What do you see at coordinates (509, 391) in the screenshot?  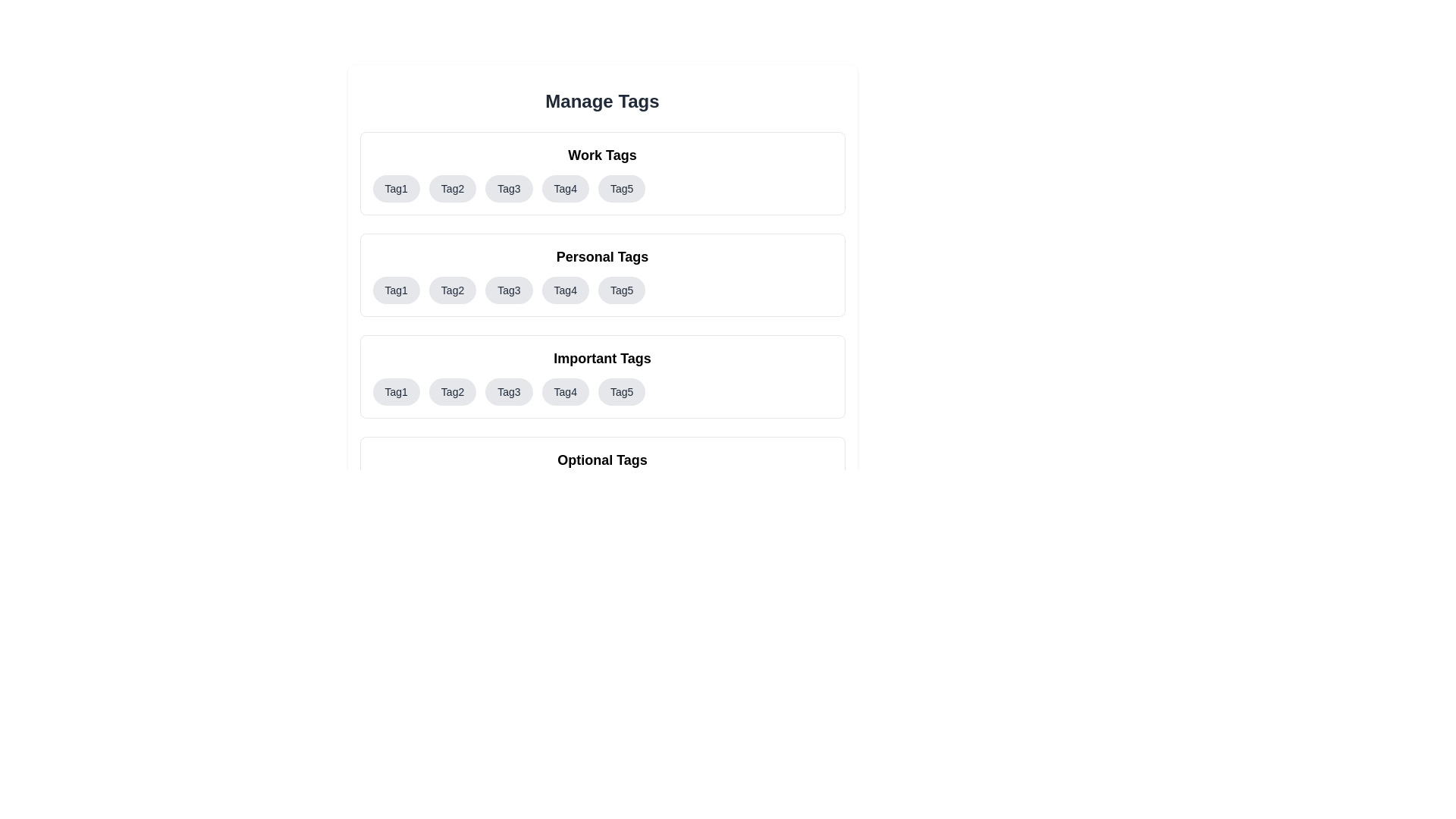 I see `the button labeled 'Tag3' in the 'Important Tags' category` at bounding box center [509, 391].